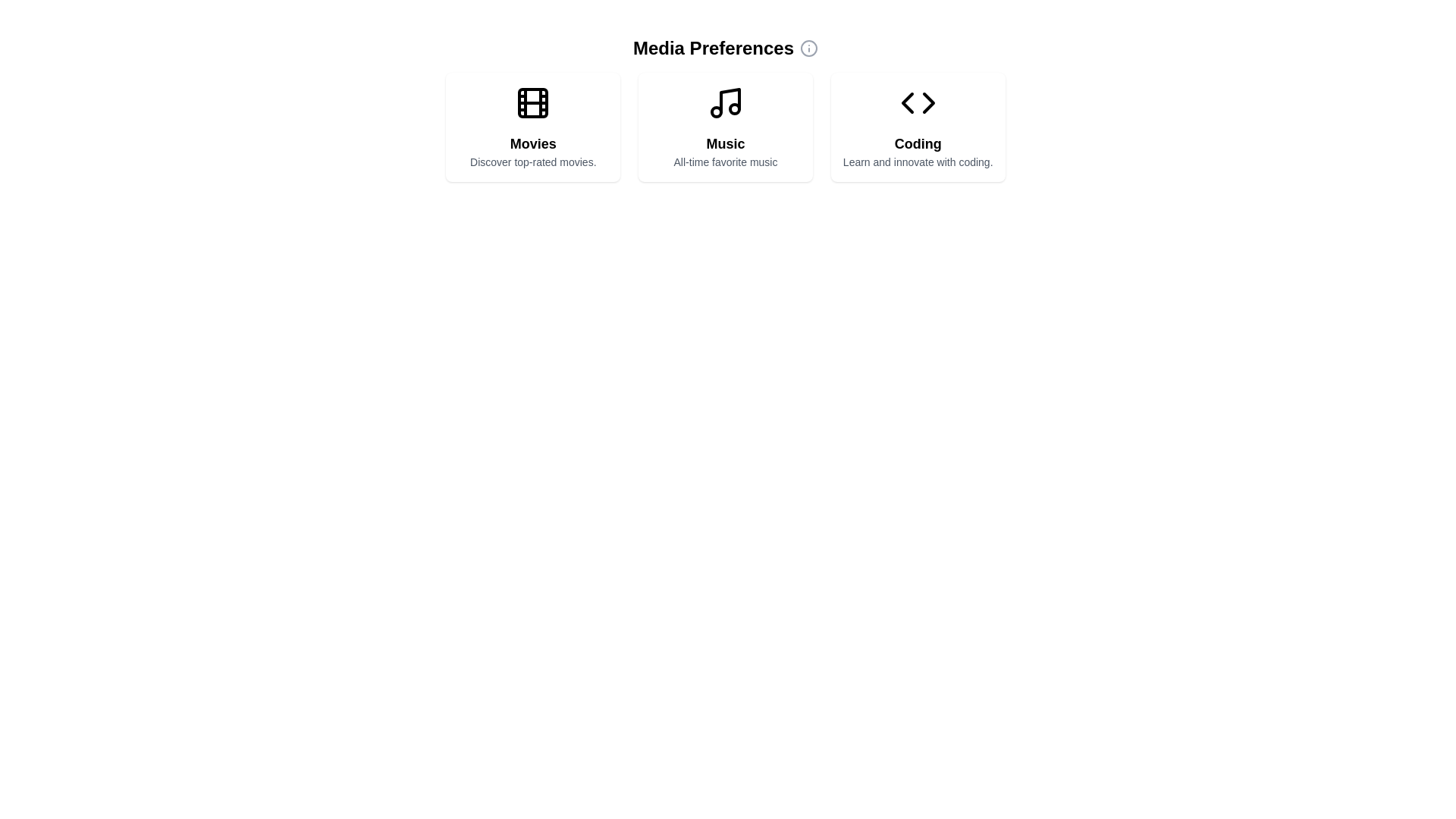  What do you see at coordinates (808, 48) in the screenshot?
I see `the icon located to the right of the 'Media Preferences' text` at bounding box center [808, 48].